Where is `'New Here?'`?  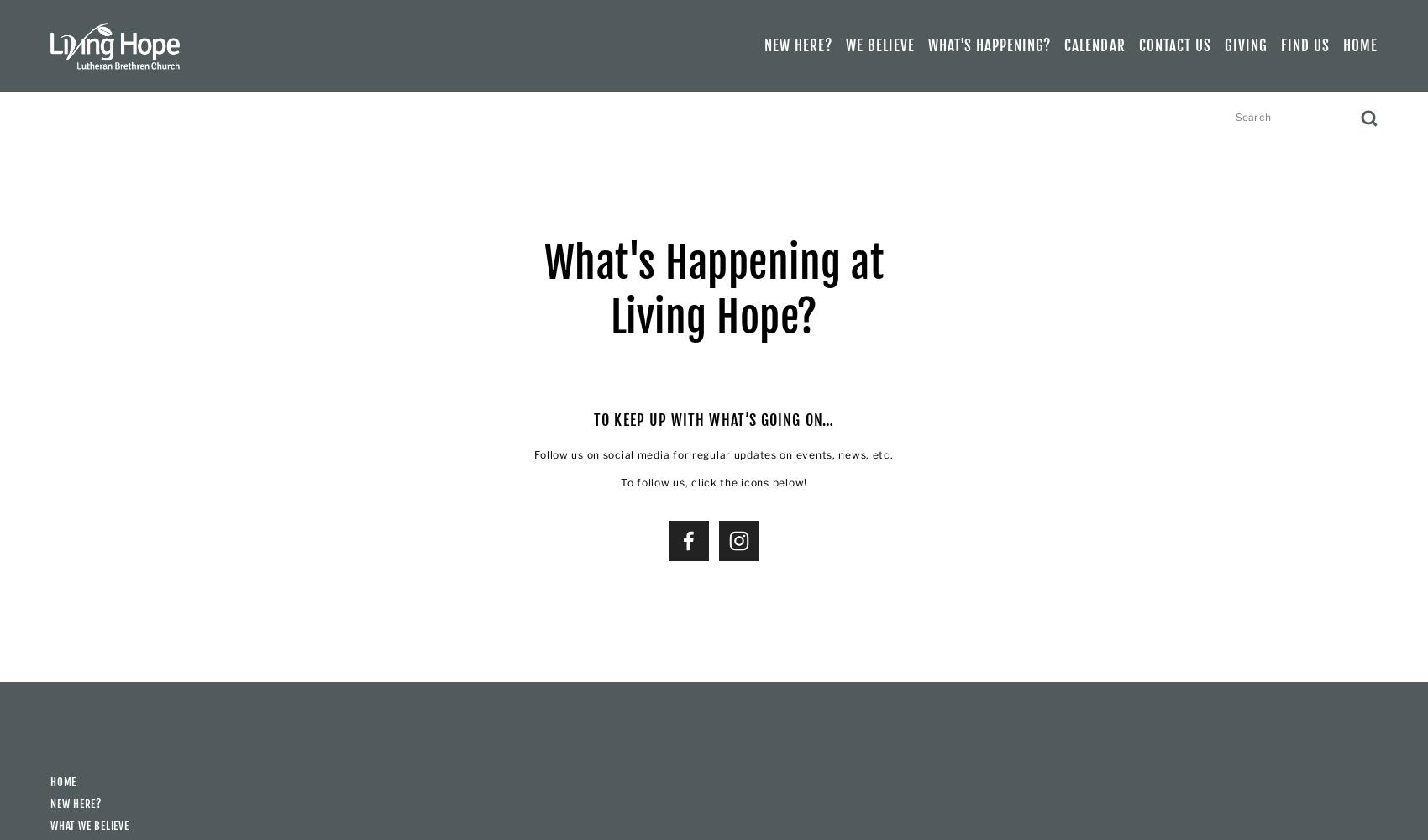 'New Here?' is located at coordinates (76, 802).